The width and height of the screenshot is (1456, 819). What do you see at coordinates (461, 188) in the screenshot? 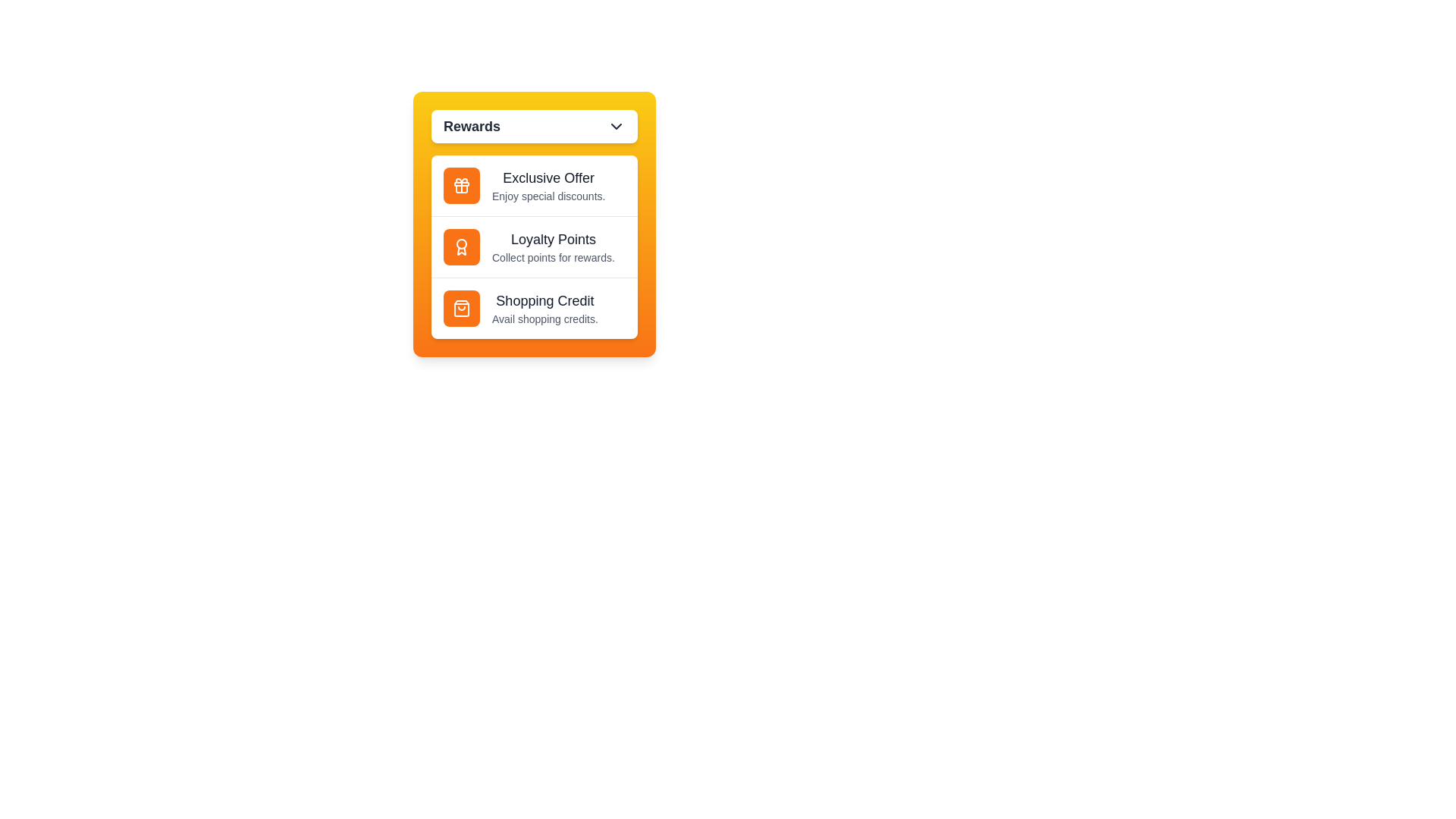
I see `the gift box icon with rounded edges on the orange background` at bounding box center [461, 188].